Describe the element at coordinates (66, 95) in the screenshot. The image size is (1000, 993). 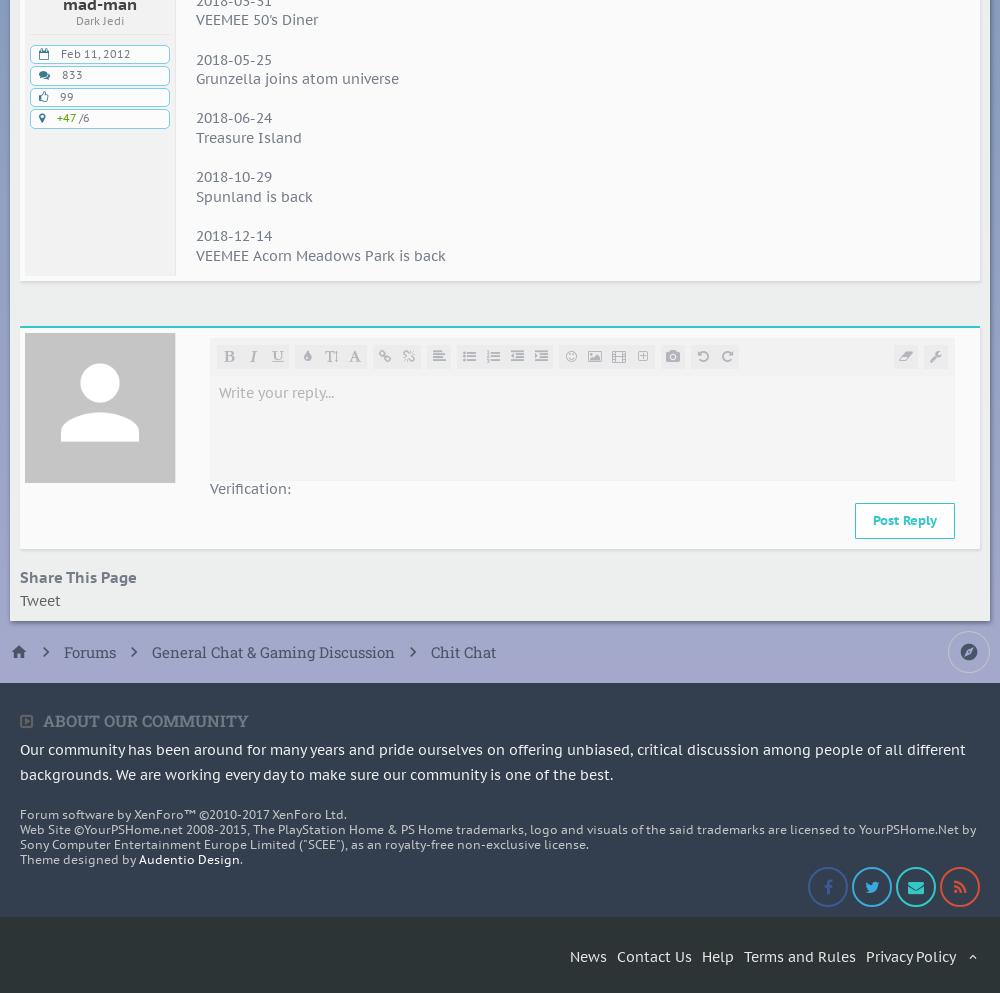
I see `'99'` at that location.